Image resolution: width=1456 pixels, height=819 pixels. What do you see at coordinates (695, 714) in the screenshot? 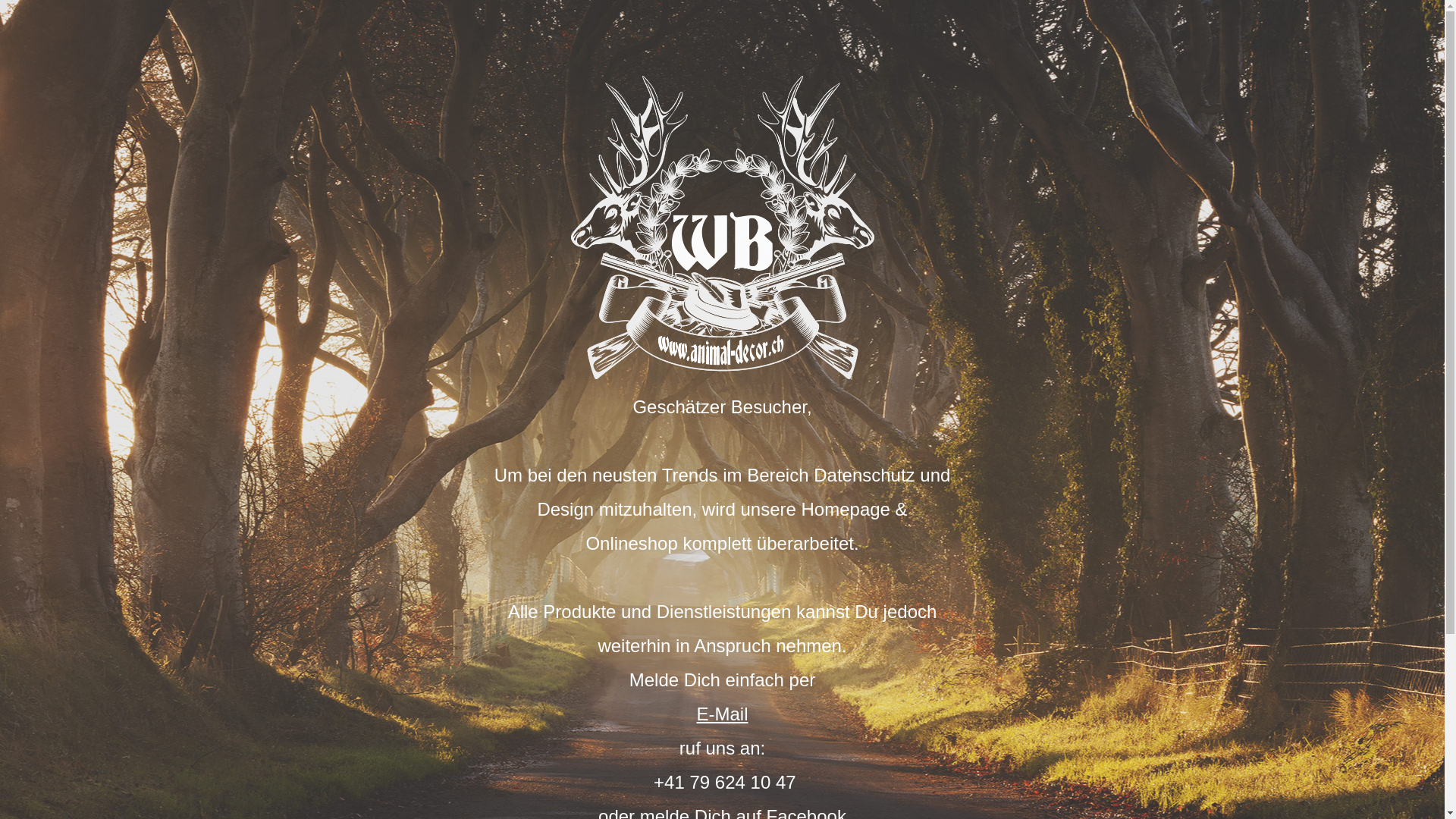
I see `'E-Mail'` at bounding box center [695, 714].